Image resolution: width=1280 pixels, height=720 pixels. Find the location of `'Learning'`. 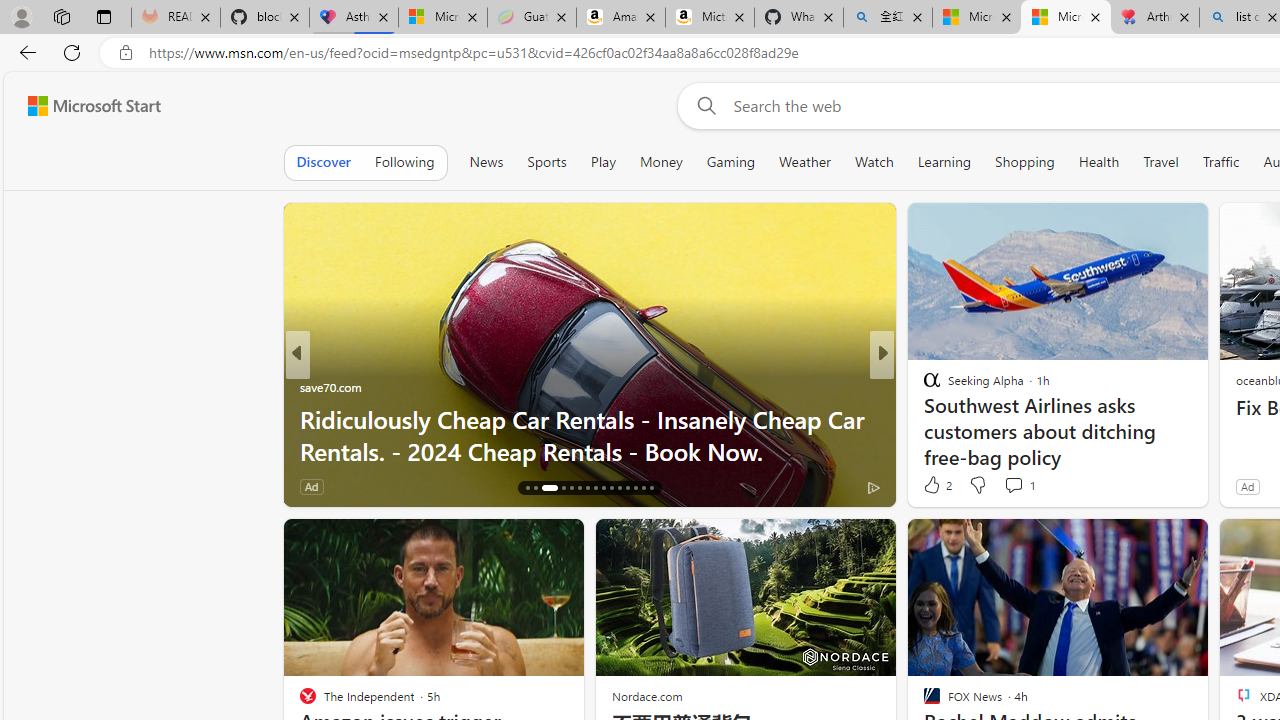

'Learning' is located at coordinates (943, 161).